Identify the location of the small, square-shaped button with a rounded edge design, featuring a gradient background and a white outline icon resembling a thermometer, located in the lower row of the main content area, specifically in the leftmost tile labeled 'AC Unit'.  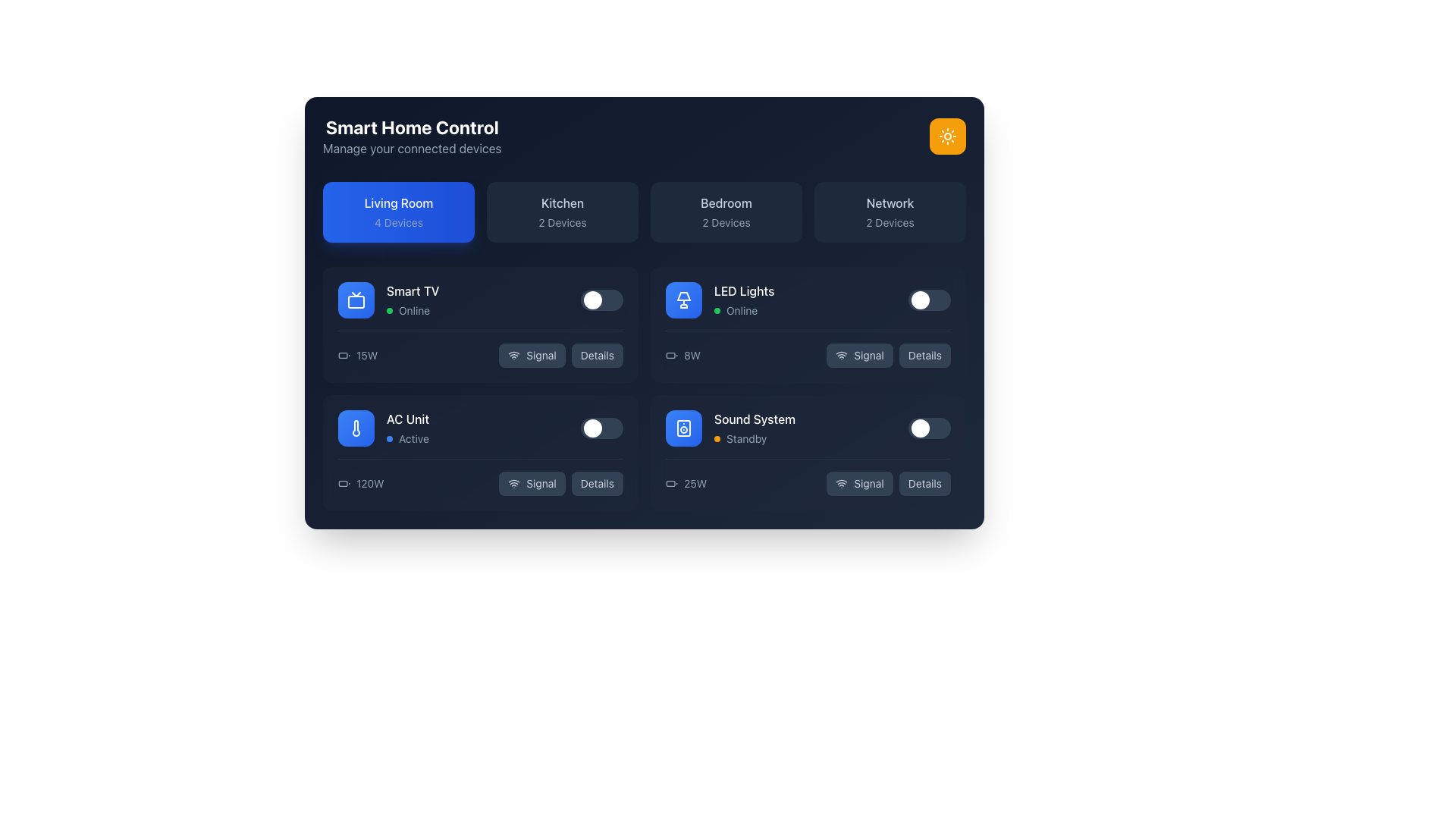
(356, 428).